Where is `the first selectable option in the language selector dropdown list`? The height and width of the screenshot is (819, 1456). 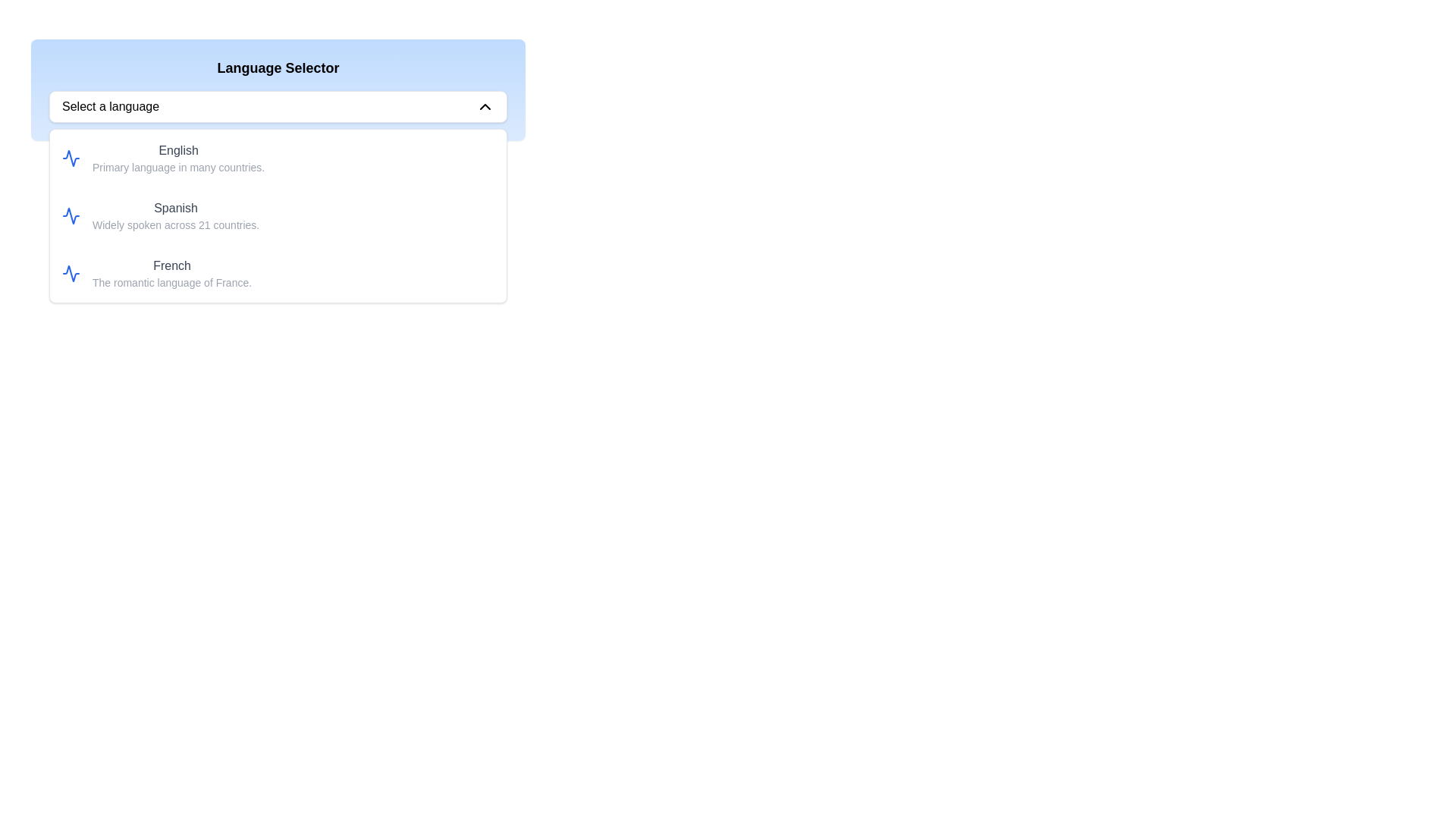
the first selectable option in the language selector dropdown list is located at coordinates (278, 158).